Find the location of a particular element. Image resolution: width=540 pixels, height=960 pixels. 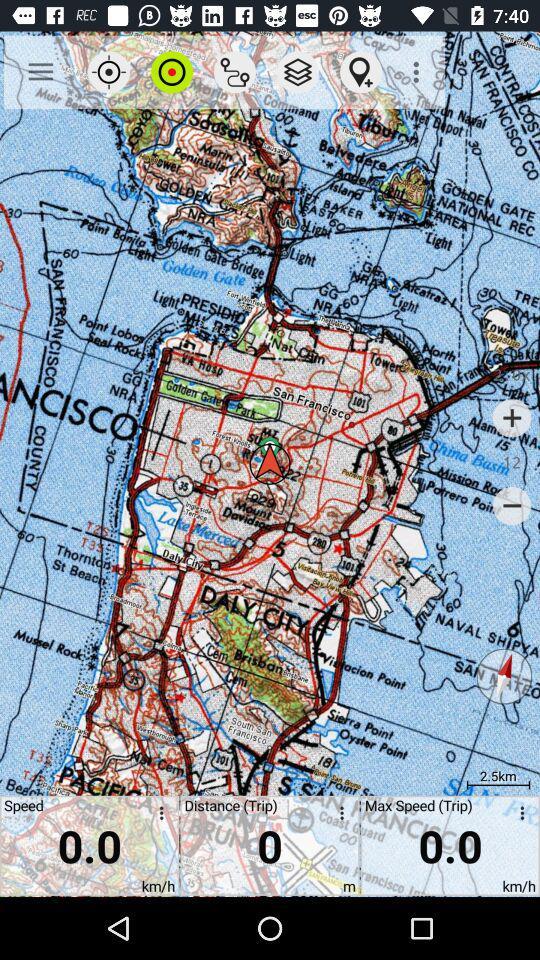

the icon below 12 item is located at coordinates (512, 505).